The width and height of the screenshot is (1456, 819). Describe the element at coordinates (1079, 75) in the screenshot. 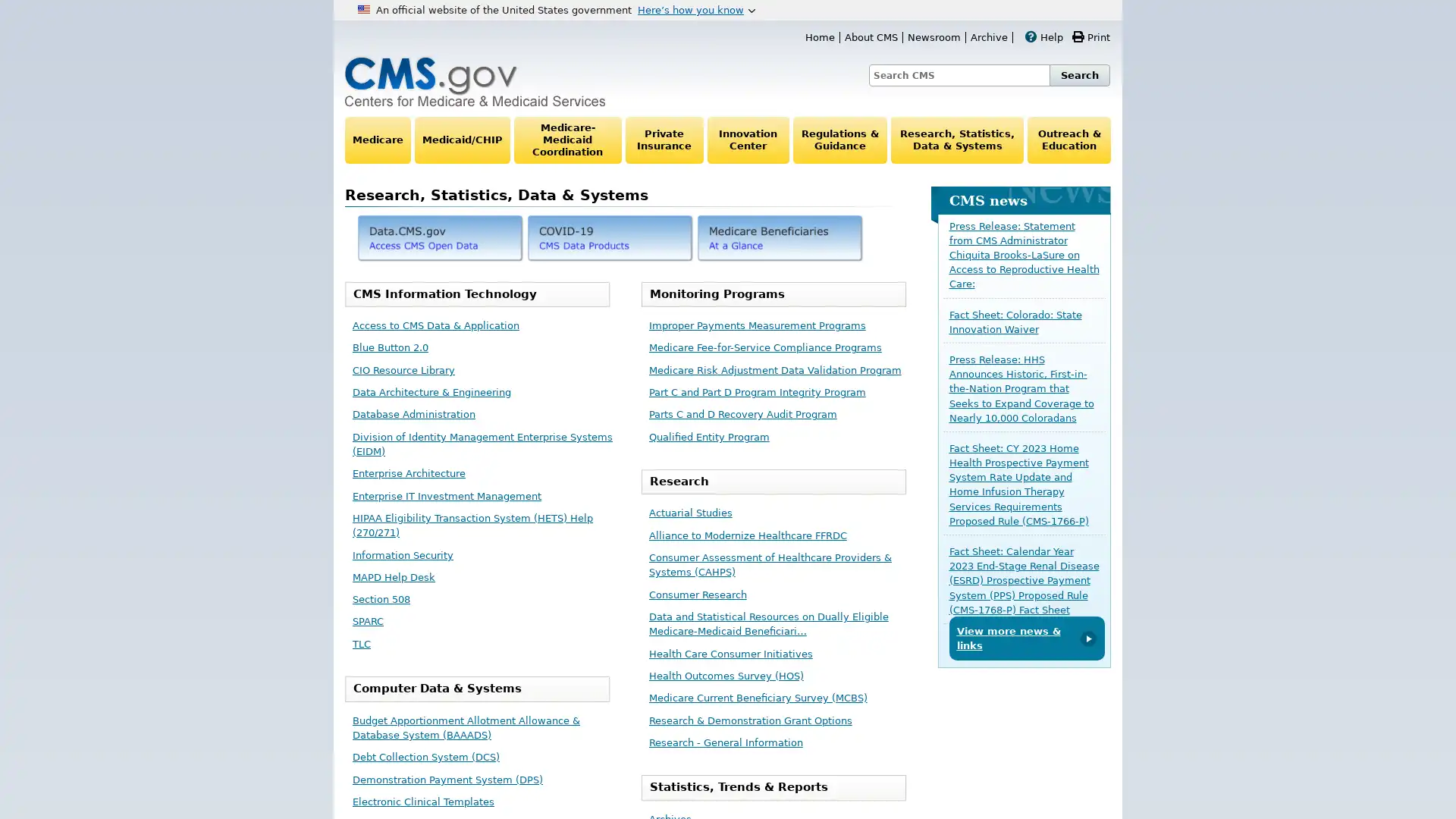

I see `Search` at that location.